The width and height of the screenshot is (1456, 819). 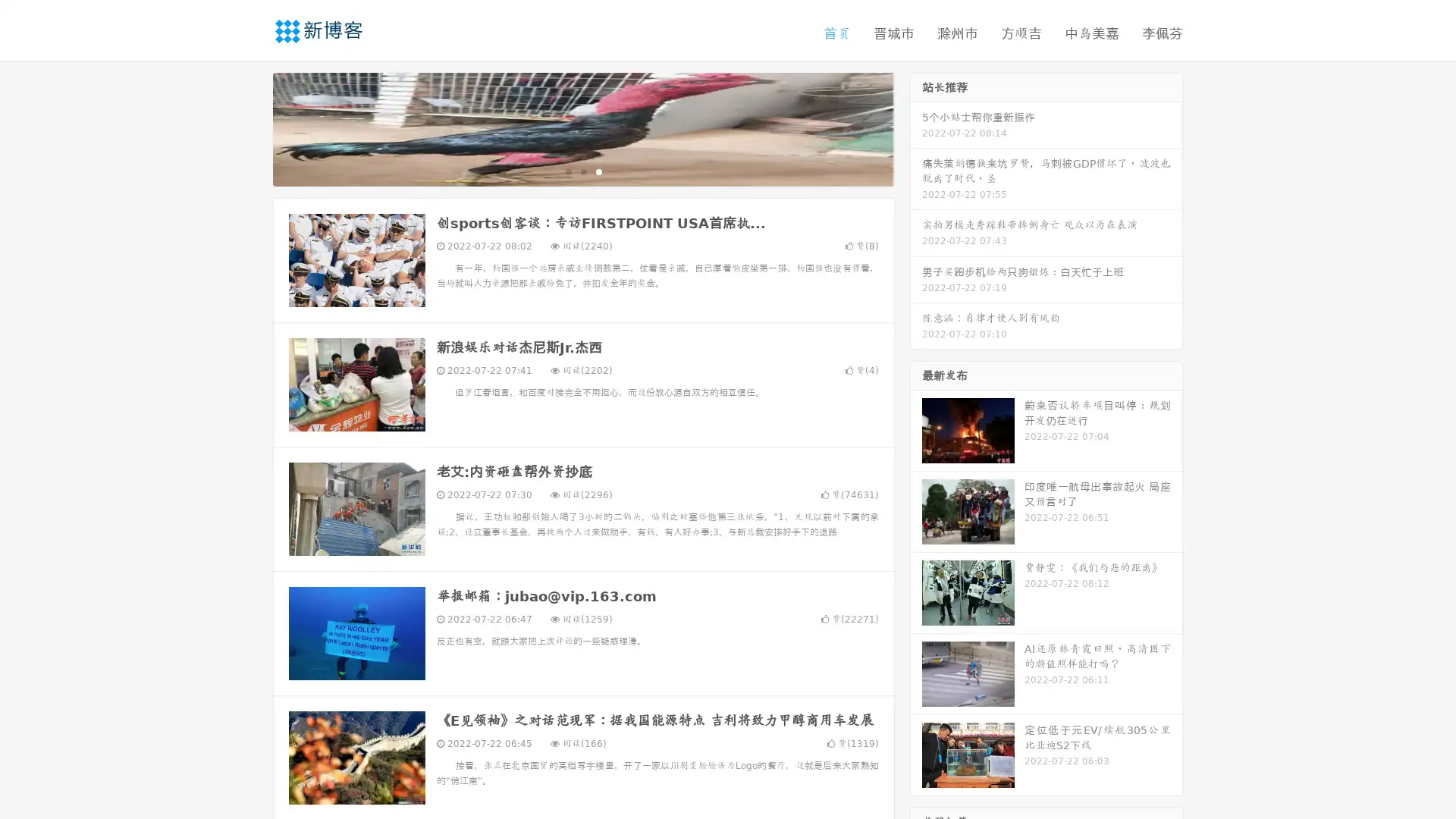 I want to click on Go to slide 3, so click(x=598, y=171).